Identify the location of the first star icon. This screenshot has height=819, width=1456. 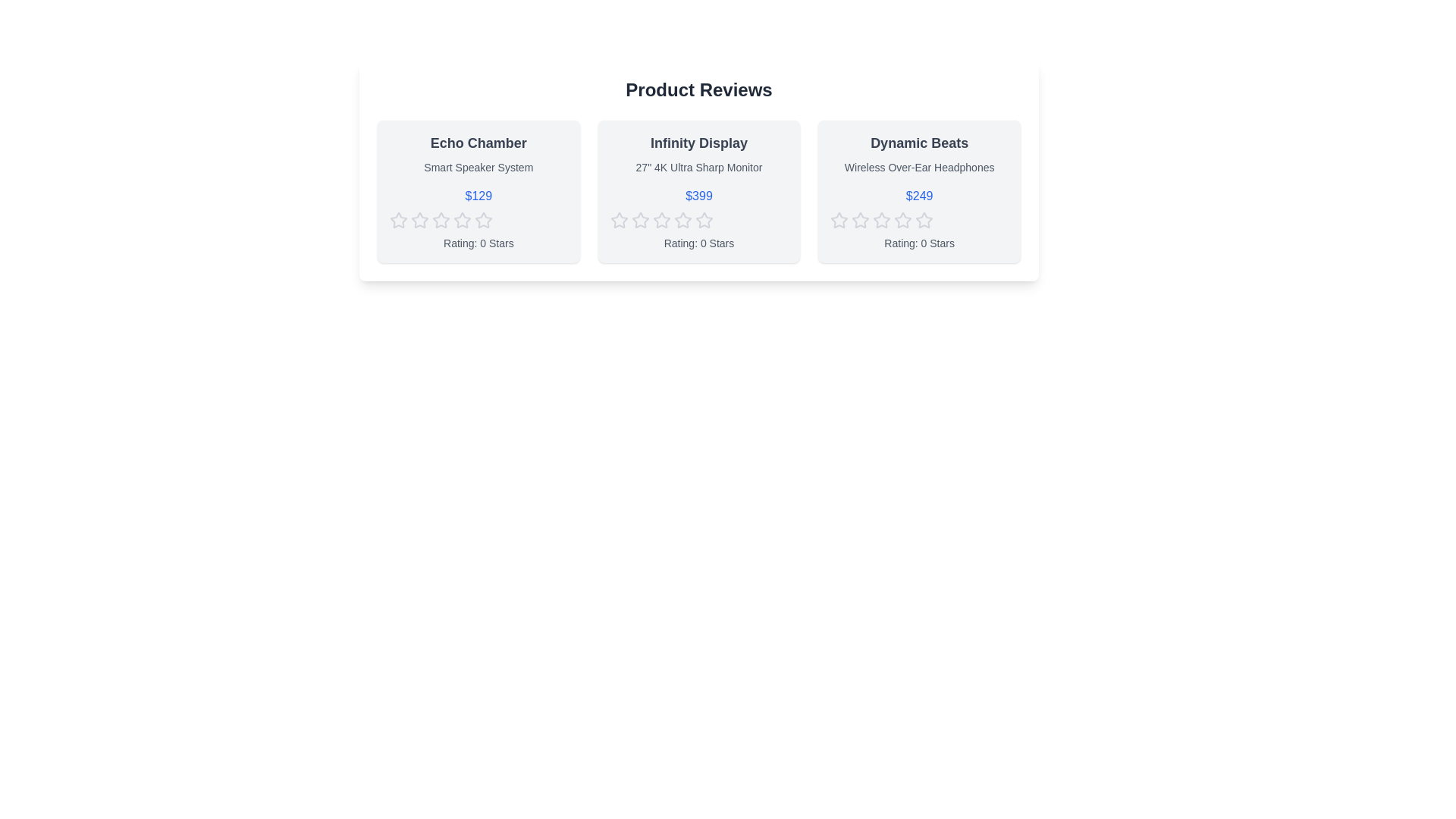
(861, 220).